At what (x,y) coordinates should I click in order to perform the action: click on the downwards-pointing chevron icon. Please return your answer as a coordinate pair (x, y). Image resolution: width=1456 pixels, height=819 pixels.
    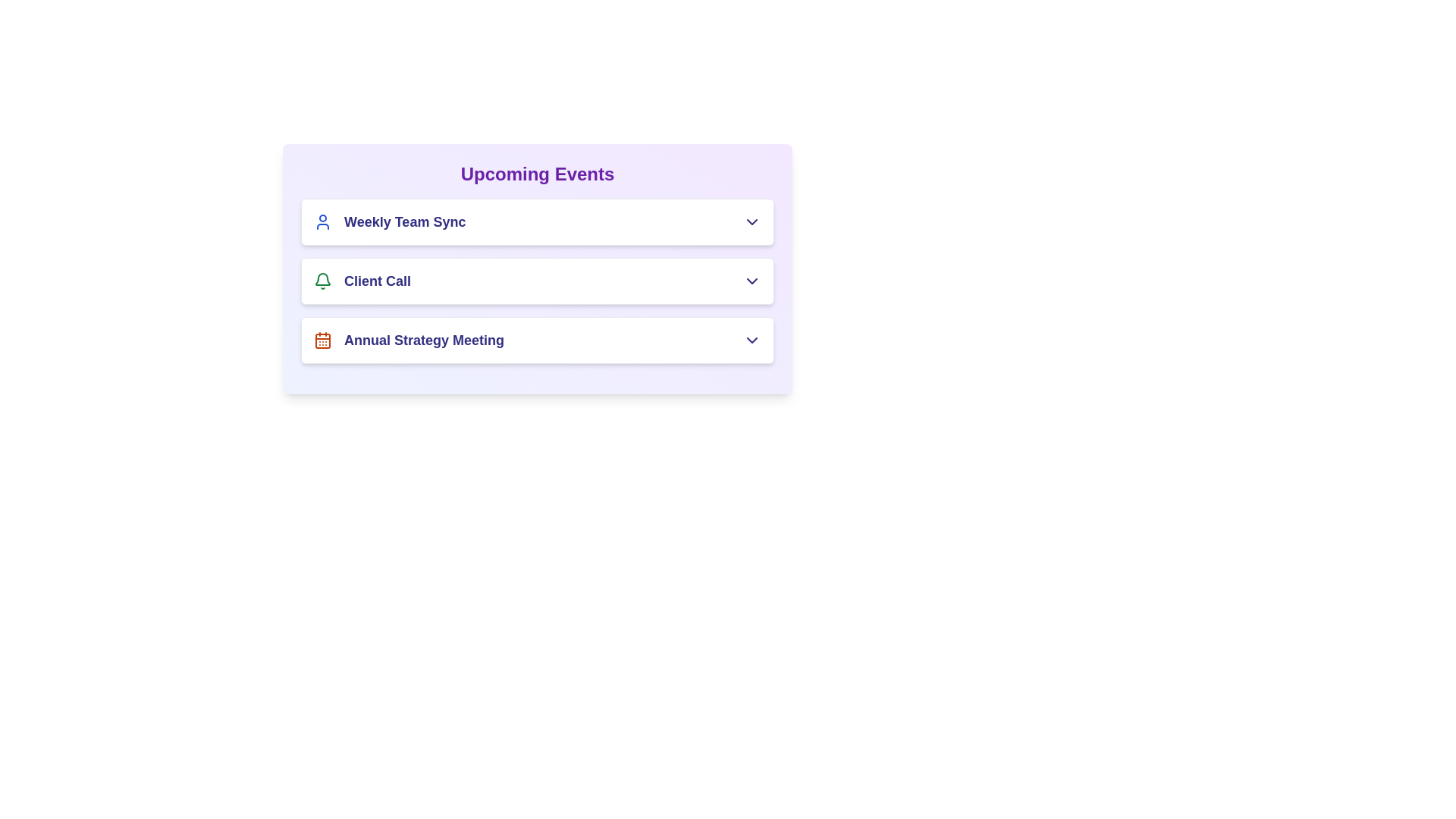
    Looking at the image, I should click on (752, 222).